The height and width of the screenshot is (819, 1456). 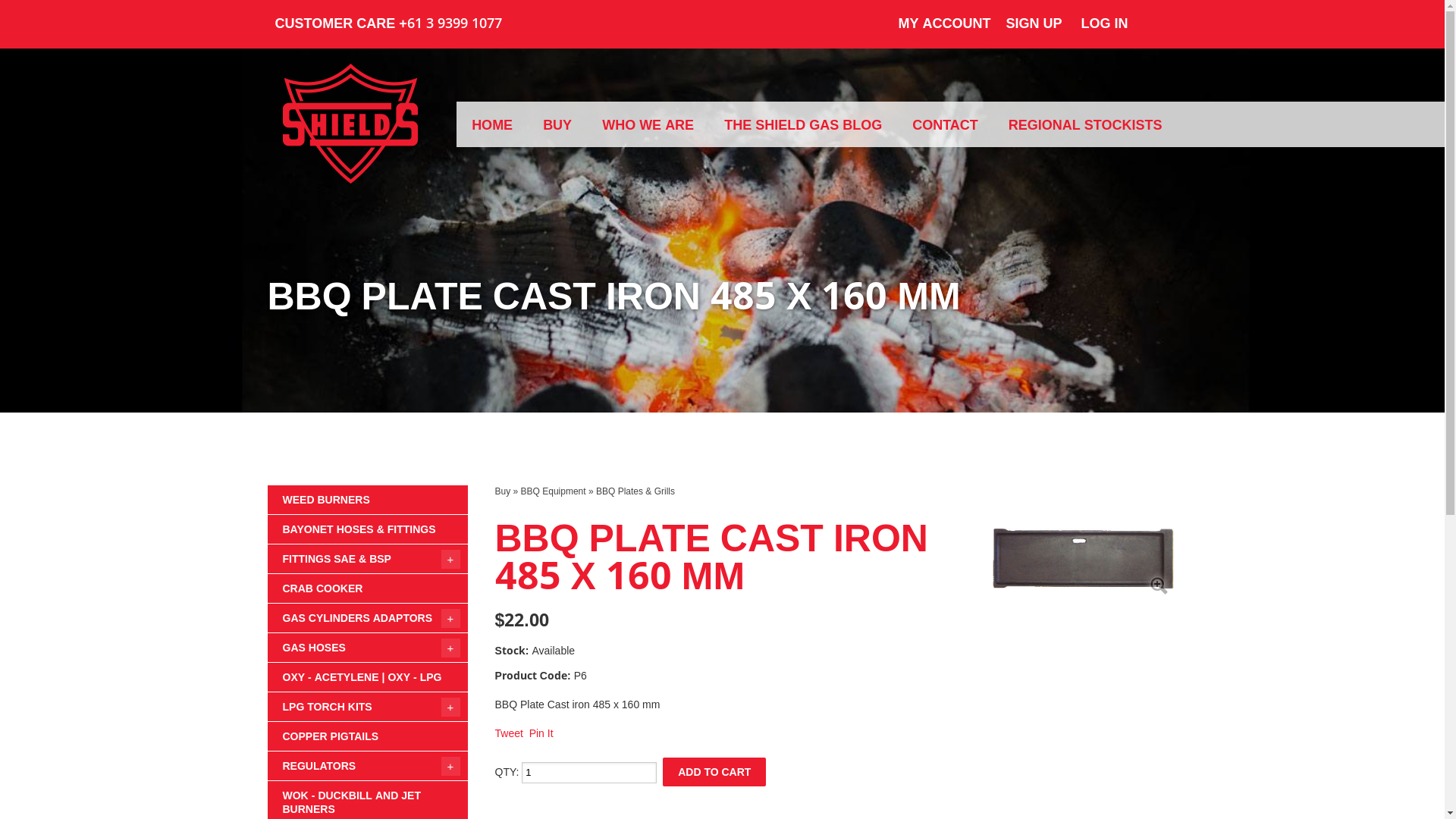 I want to click on 'CRAB COOKER', so click(x=266, y=587).